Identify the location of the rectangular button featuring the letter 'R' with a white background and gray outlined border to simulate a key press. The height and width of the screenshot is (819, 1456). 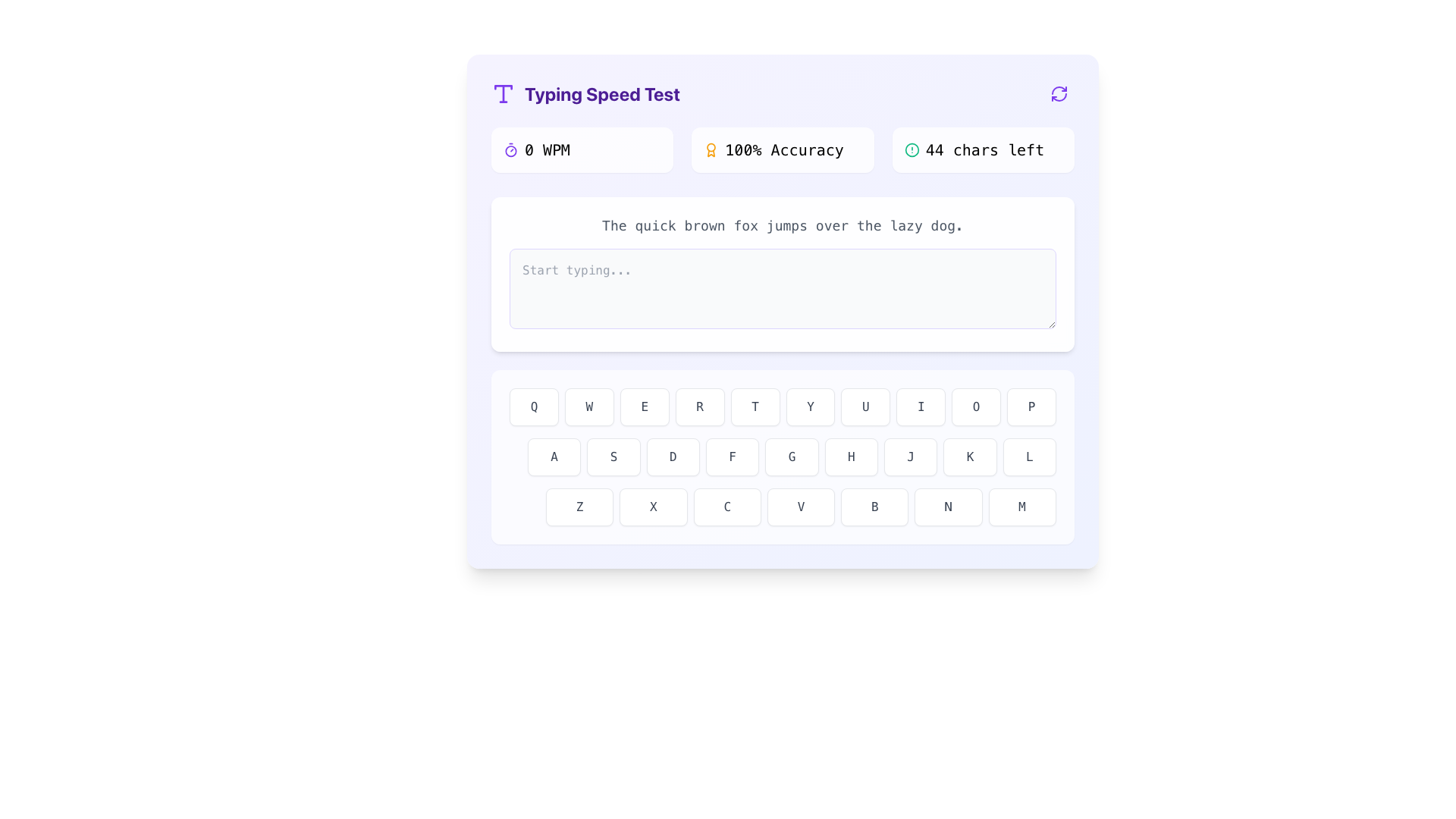
(699, 406).